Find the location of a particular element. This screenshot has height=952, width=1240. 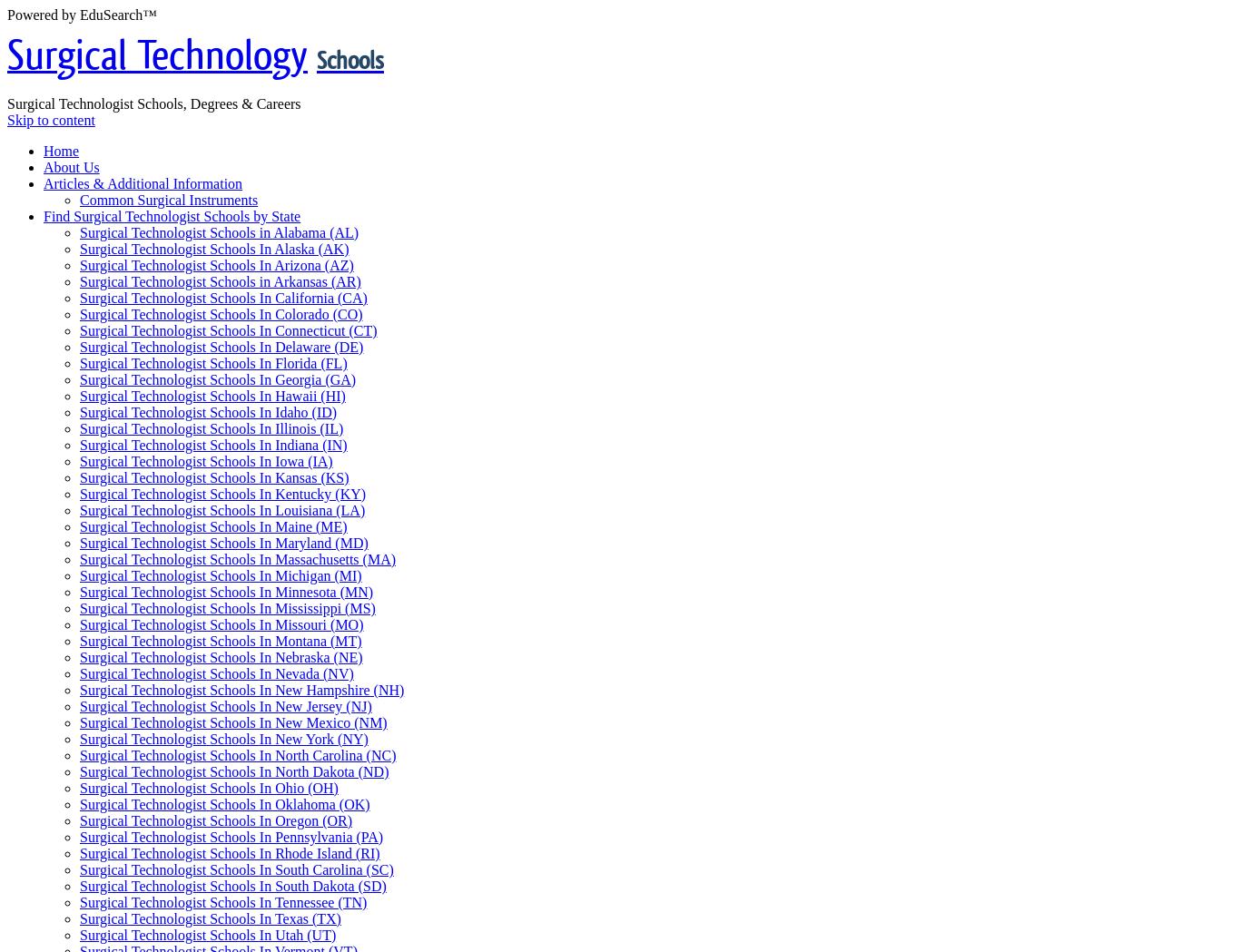

'Surgical Technologist Schools In North Dakota (ND)' is located at coordinates (234, 770).